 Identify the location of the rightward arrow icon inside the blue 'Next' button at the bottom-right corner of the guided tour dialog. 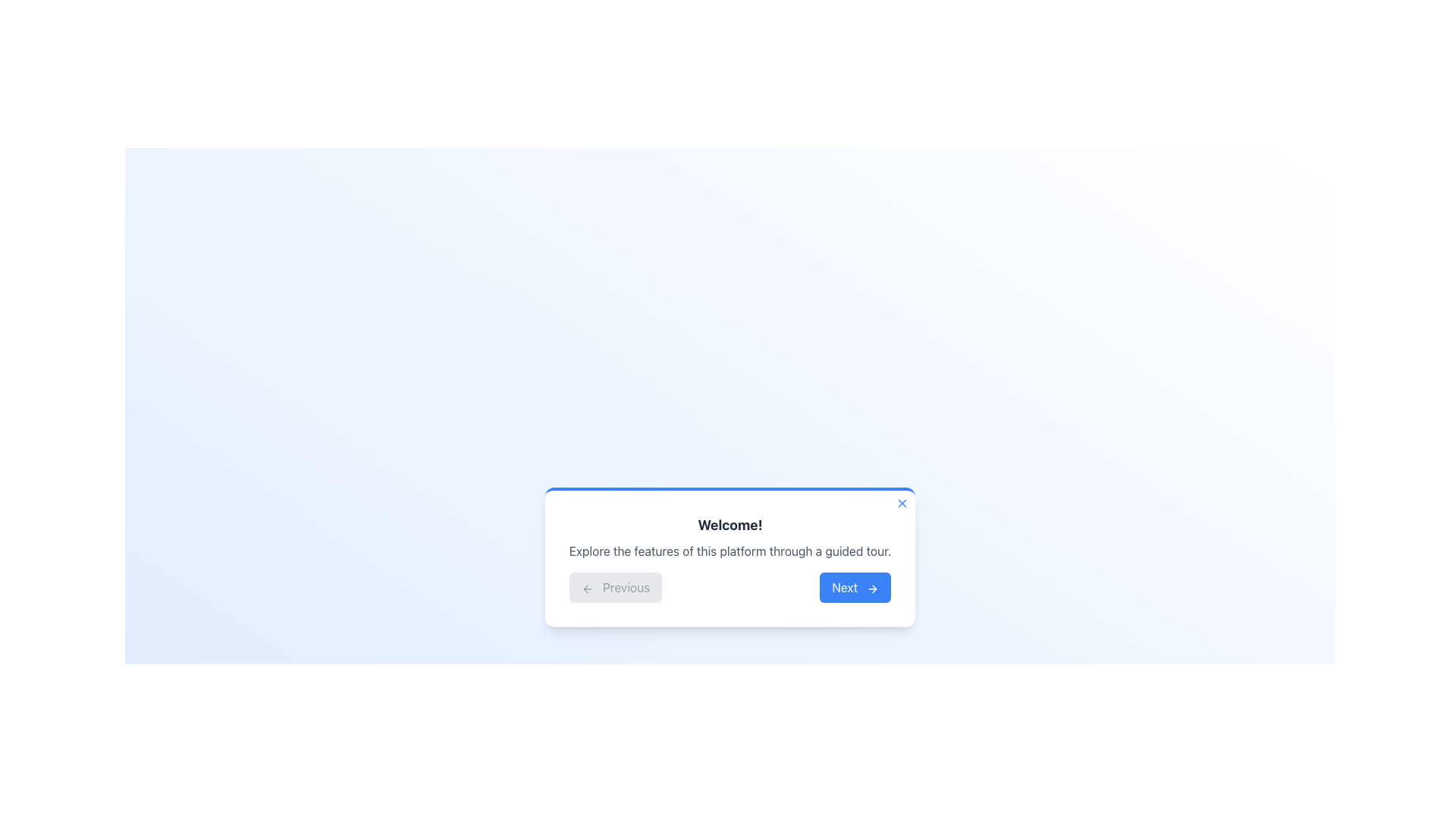
(873, 588).